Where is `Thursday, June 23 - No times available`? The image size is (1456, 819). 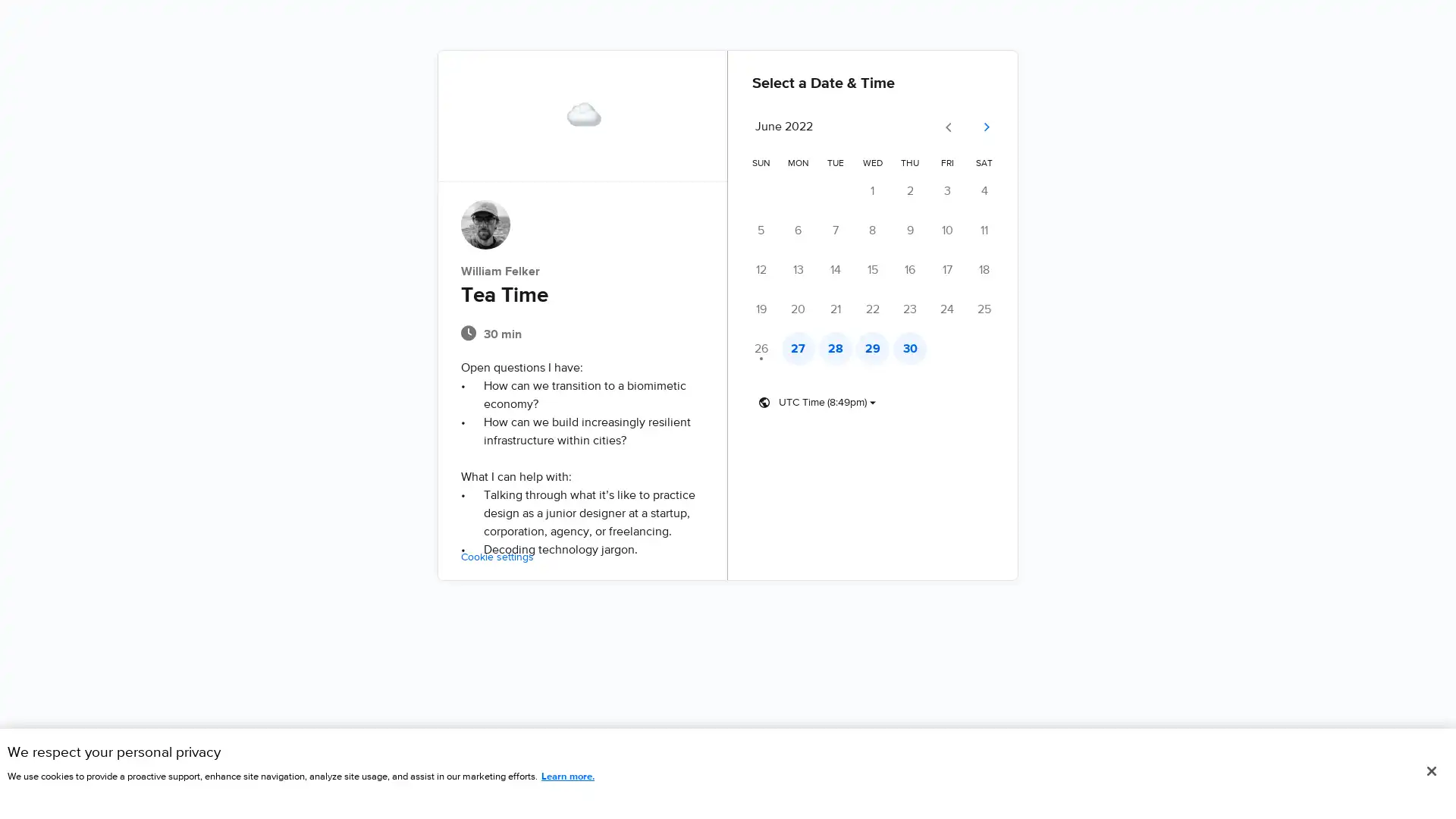 Thursday, June 23 - No times available is located at coordinates (917, 309).